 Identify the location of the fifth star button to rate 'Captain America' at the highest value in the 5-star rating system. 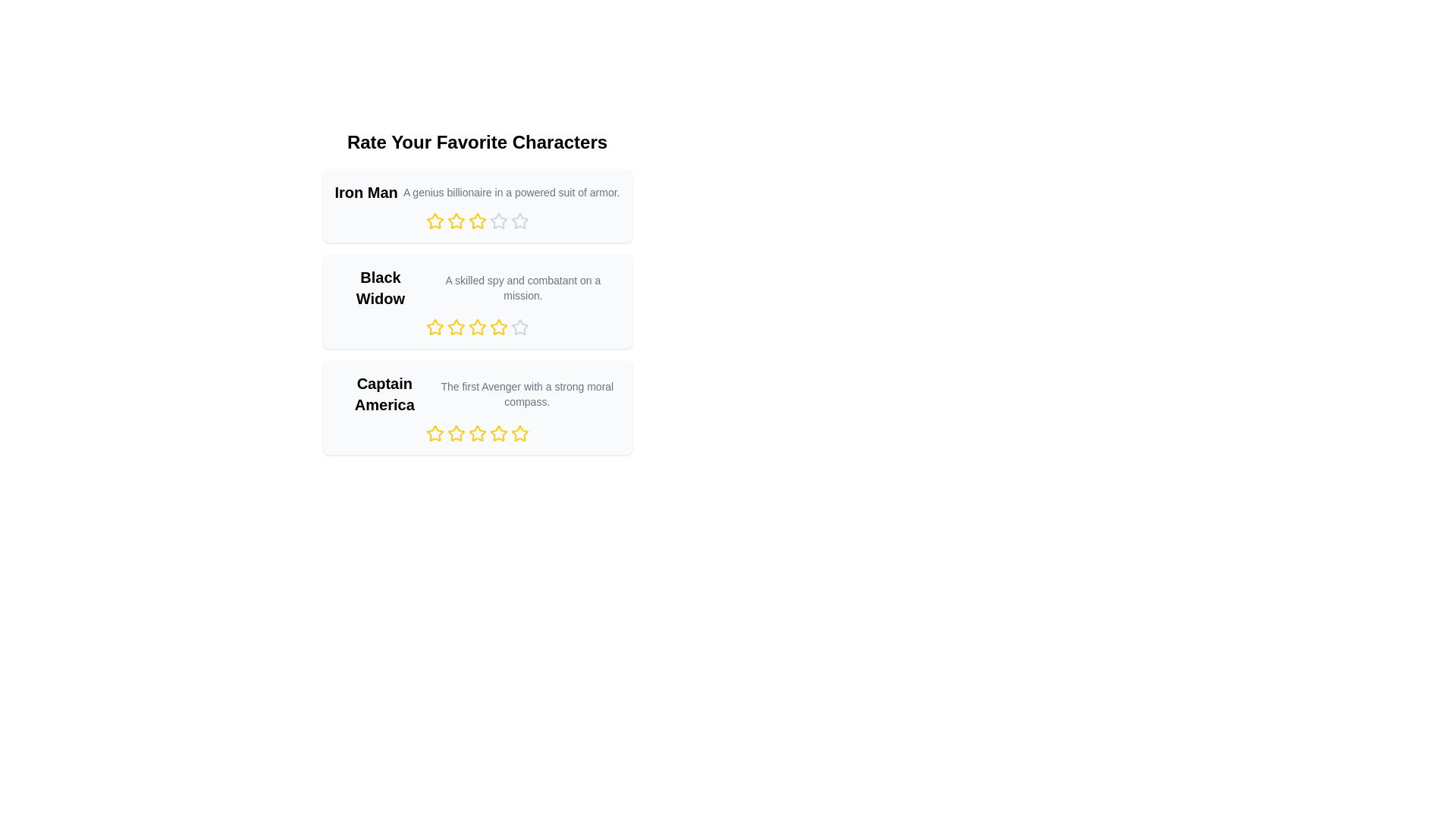
(519, 433).